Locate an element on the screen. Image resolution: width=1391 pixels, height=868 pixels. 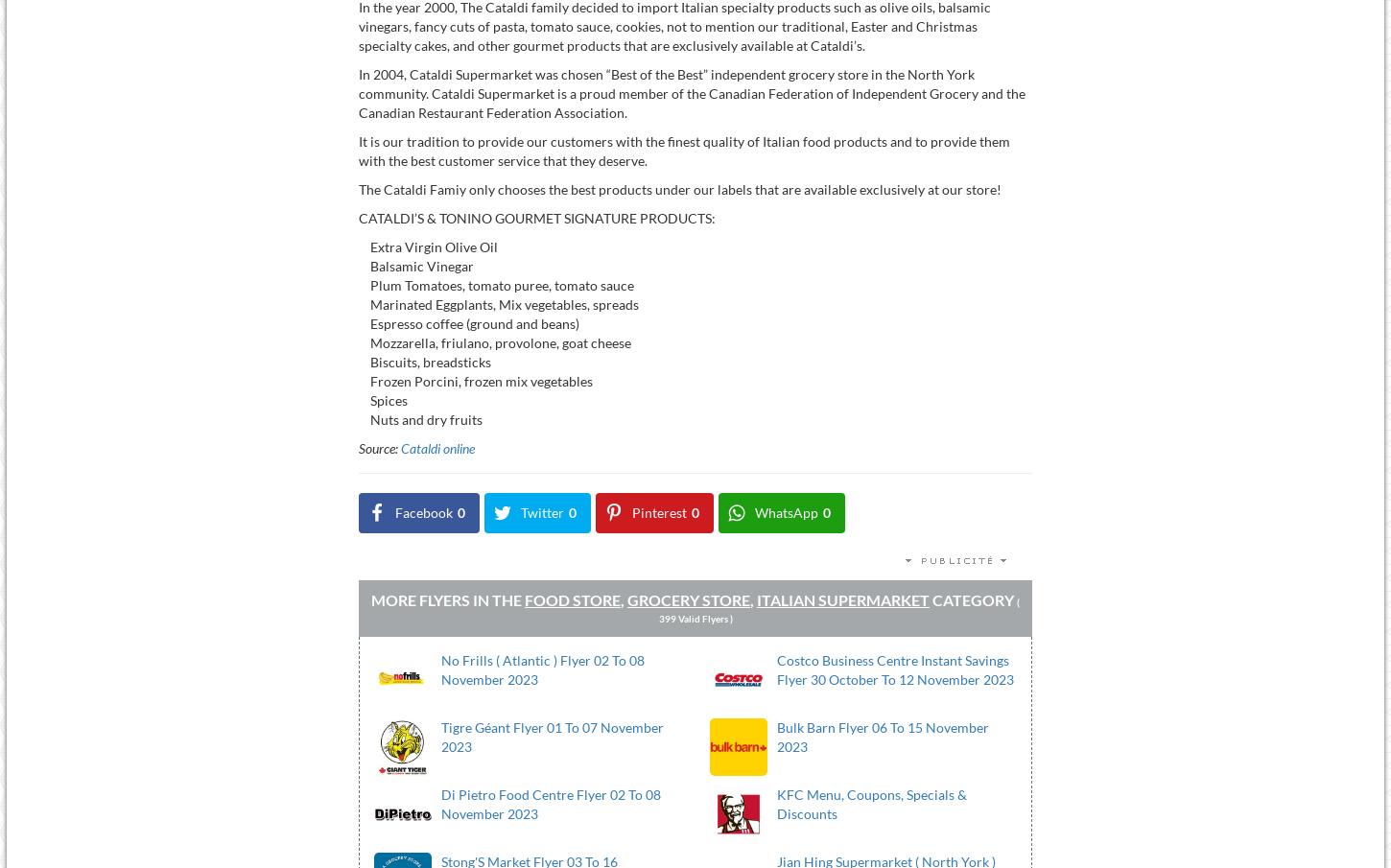
'It is our tradition to provide our customers with the finest quality of Italian food products and to provide them with the best customer service that they deserve.' is located at coordinates (356, 150).